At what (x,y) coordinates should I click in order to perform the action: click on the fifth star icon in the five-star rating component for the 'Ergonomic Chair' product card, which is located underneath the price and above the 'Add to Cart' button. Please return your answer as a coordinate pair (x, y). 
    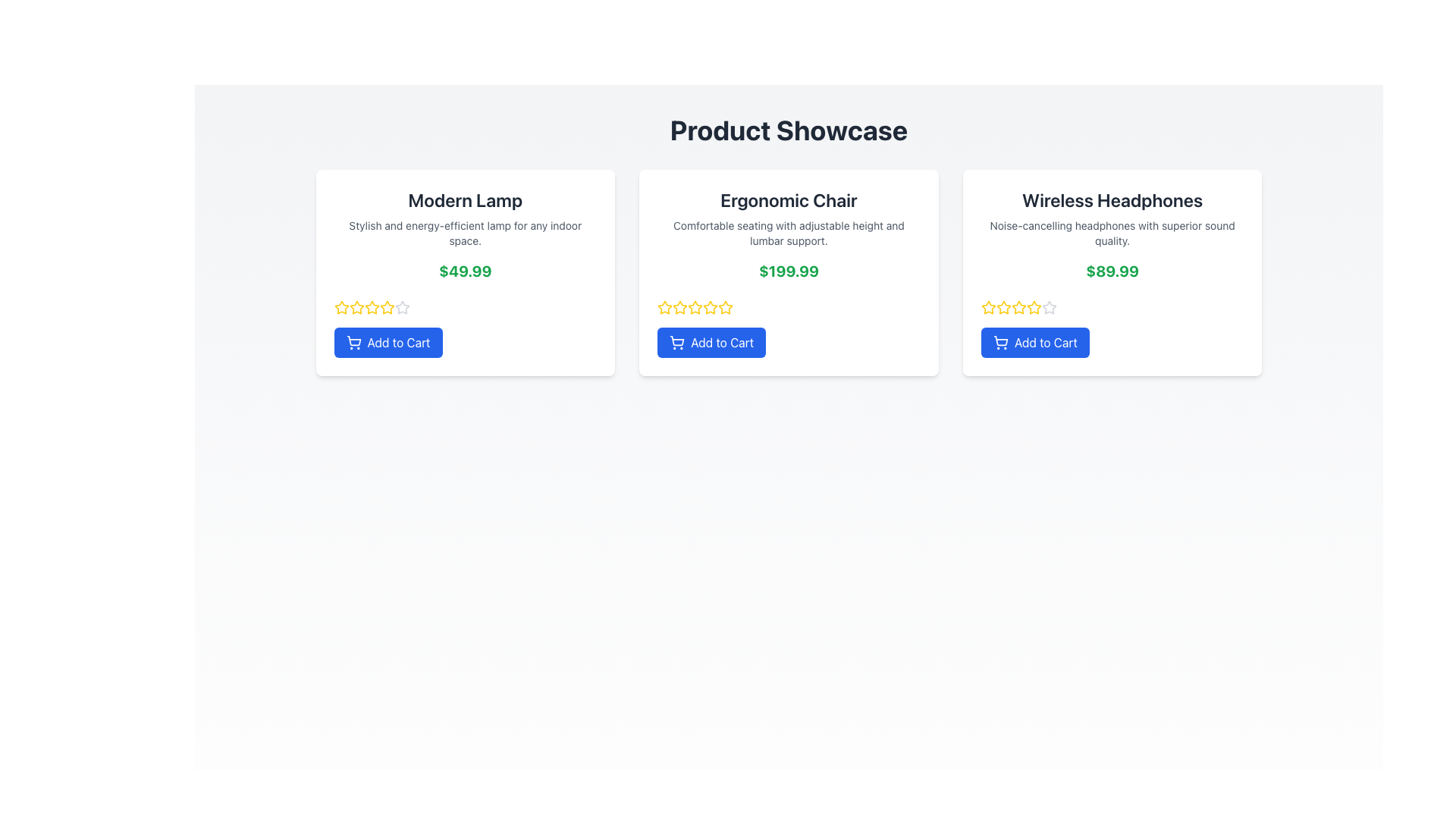
    Looking at the image, I should click on (725, 307).